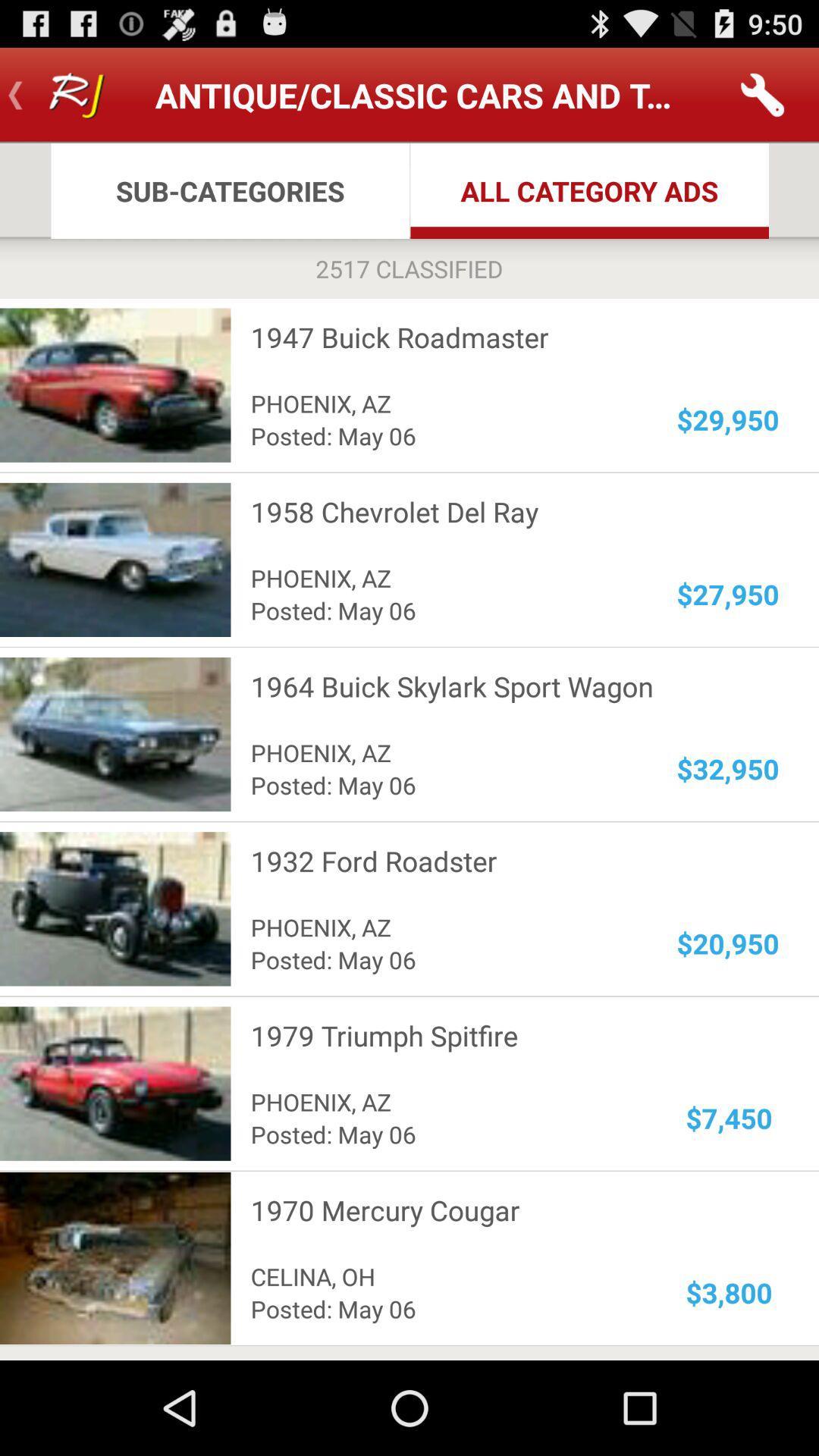 This screenshot has height=1456, width=819. I want to click on the app to the right of antique classic cars app, so click(763, 94).